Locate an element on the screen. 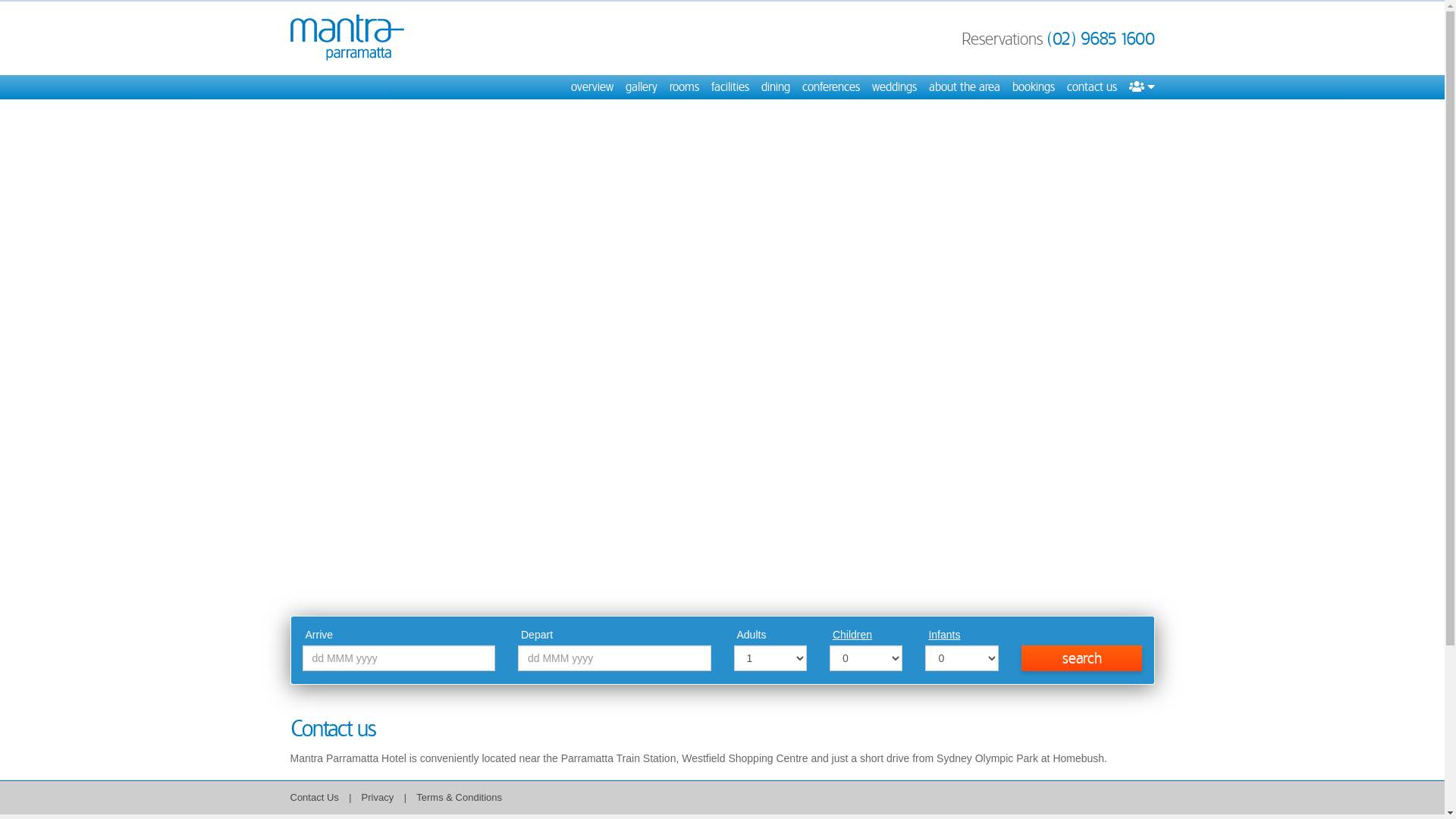 The height and width of the screenshot is (819, 1456). 'gallery' is located at coordinates (640, 87).